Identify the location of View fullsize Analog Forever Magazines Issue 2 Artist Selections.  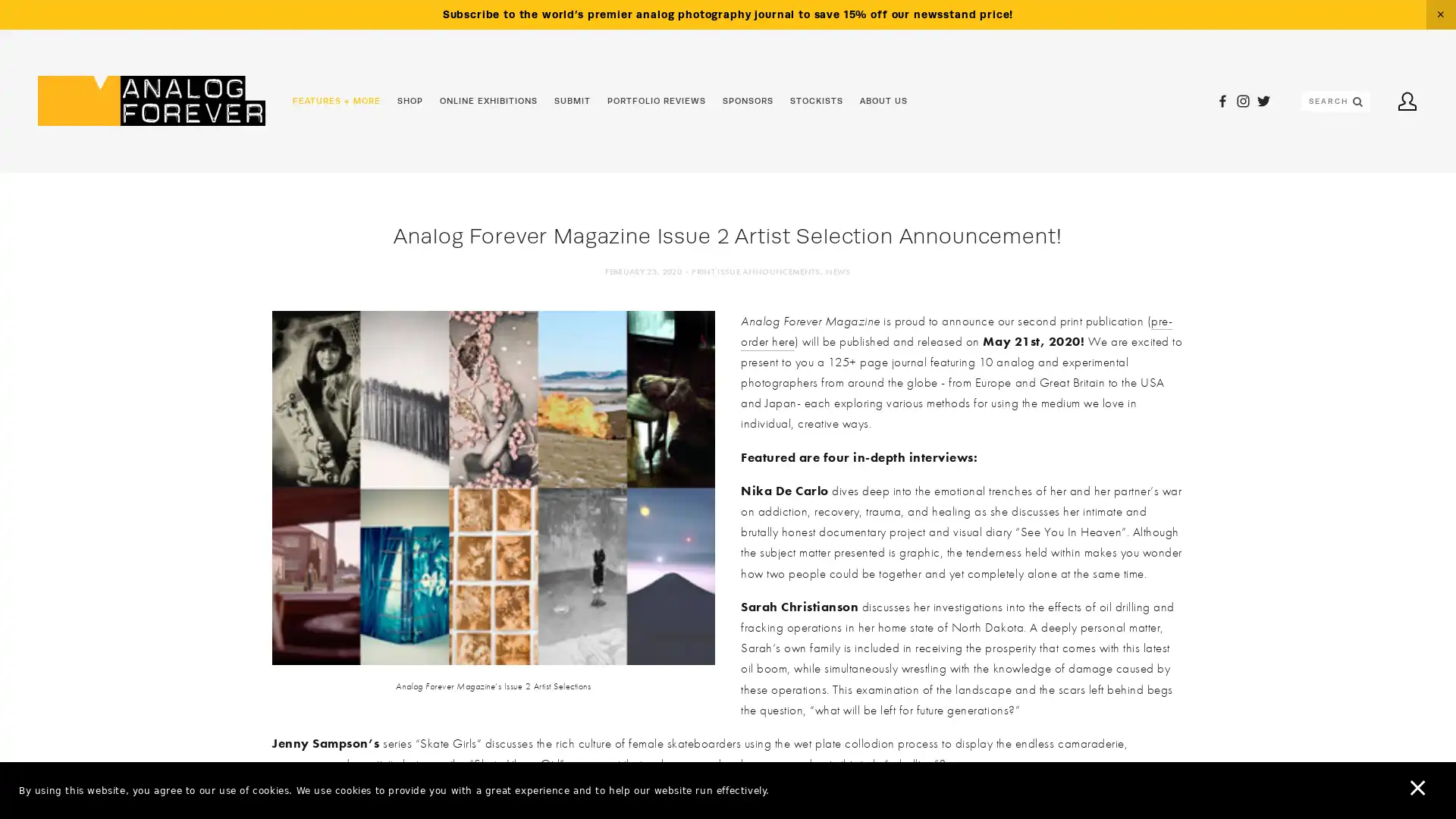
(494, 487).